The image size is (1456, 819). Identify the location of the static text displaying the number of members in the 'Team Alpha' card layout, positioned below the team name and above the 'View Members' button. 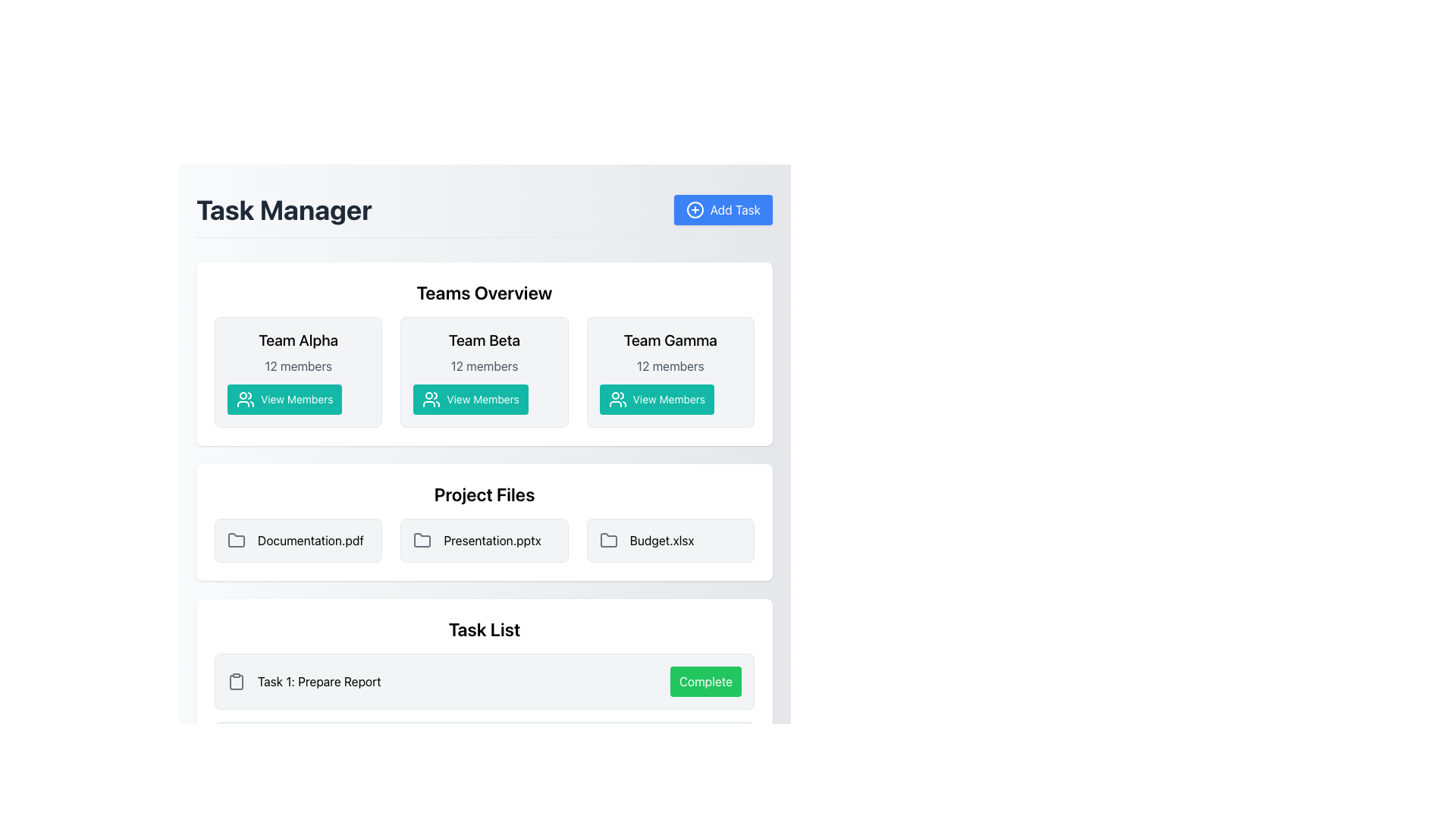
(298, 366).